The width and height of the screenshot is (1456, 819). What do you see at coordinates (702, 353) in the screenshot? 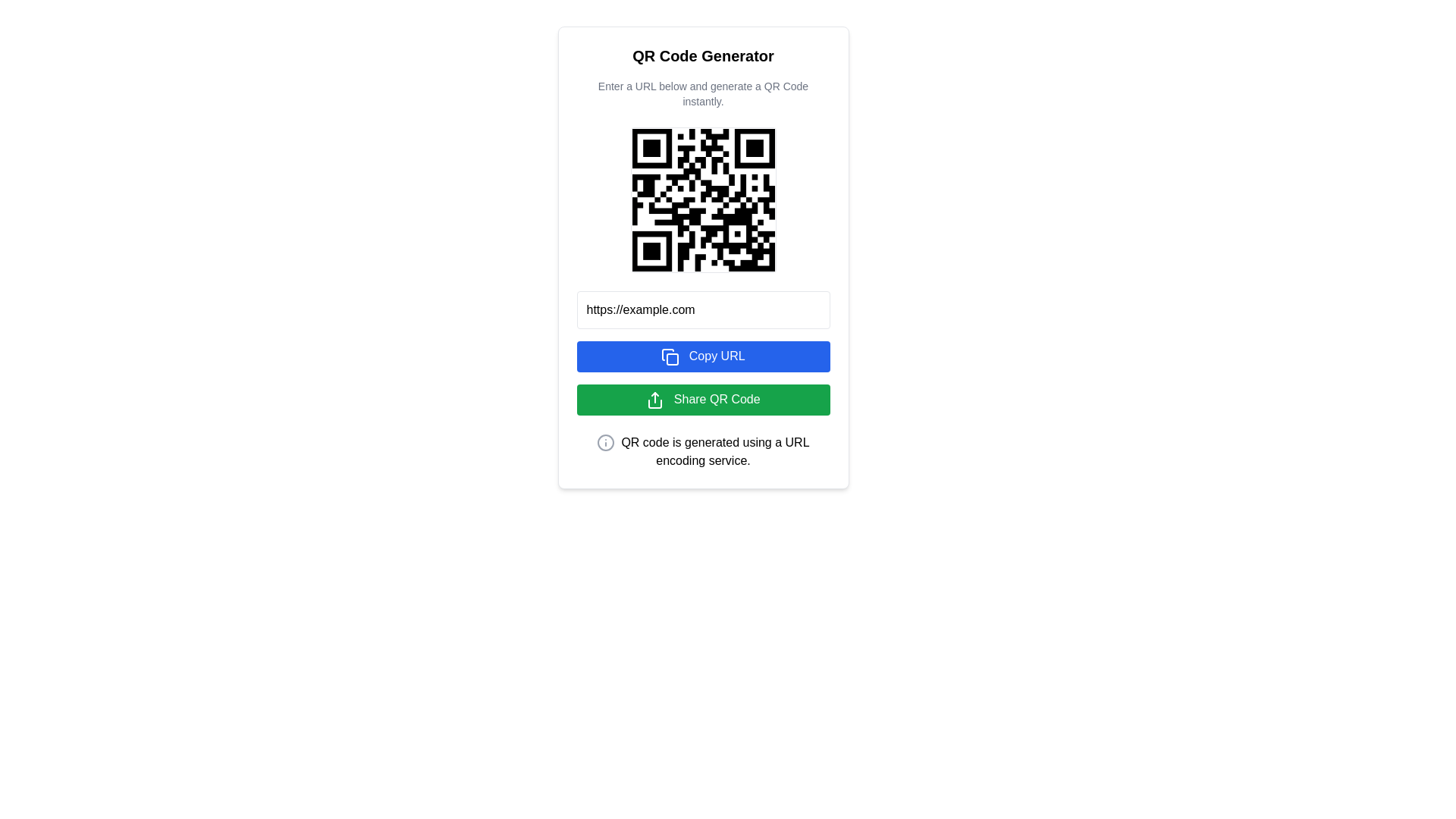
I see `the 'Share QR Code' button located below the 'Copy URL' button in the QR Code Generator interface` at bounding box center [702, 353].